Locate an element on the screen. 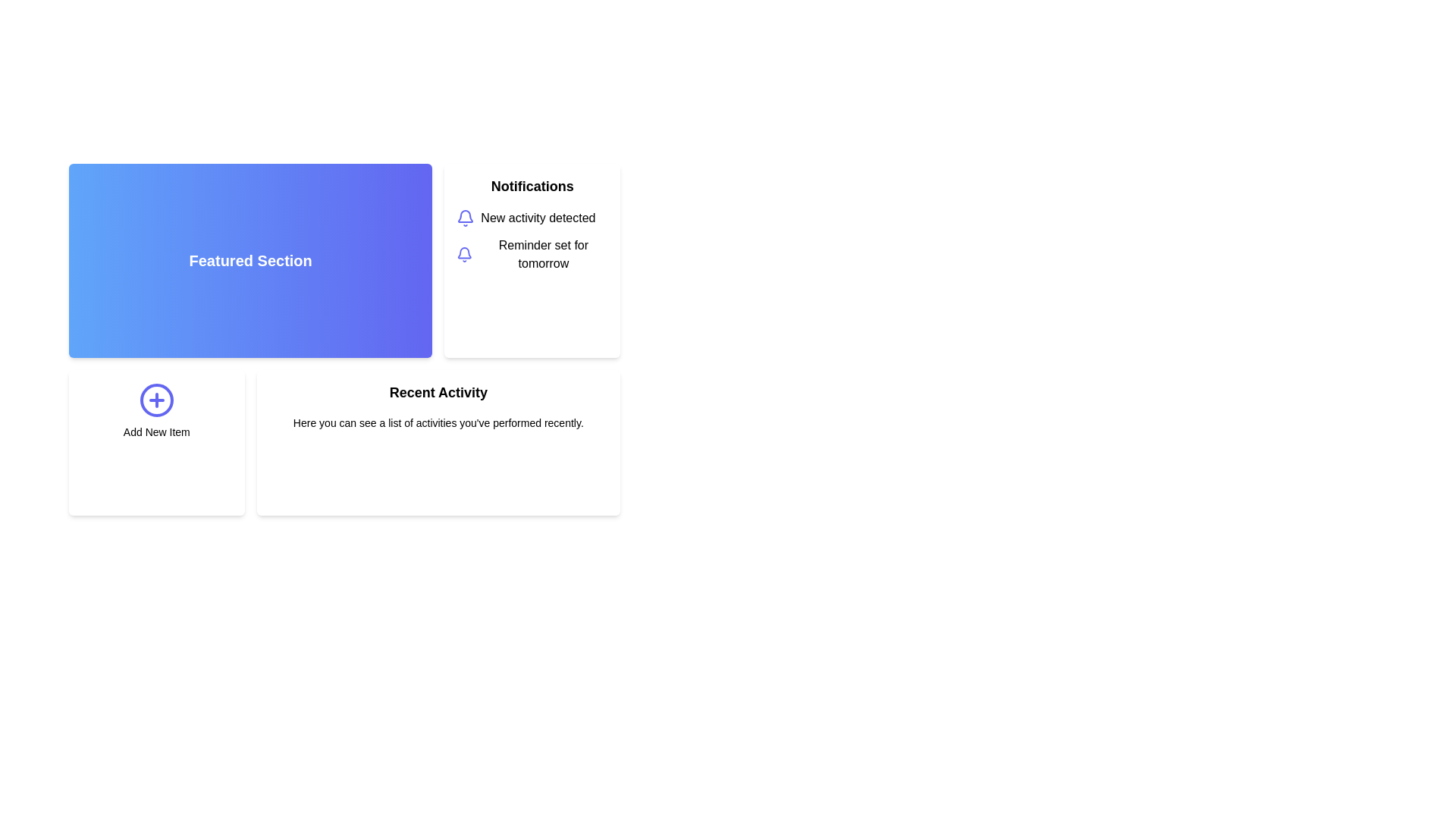 The image size is (1456, 819). the 'Notifications' header text label located in the upper right area of the interface, above the items 'New activity detected' and 'Reminder set for tomorrow' is located at coordinates (532, 186).